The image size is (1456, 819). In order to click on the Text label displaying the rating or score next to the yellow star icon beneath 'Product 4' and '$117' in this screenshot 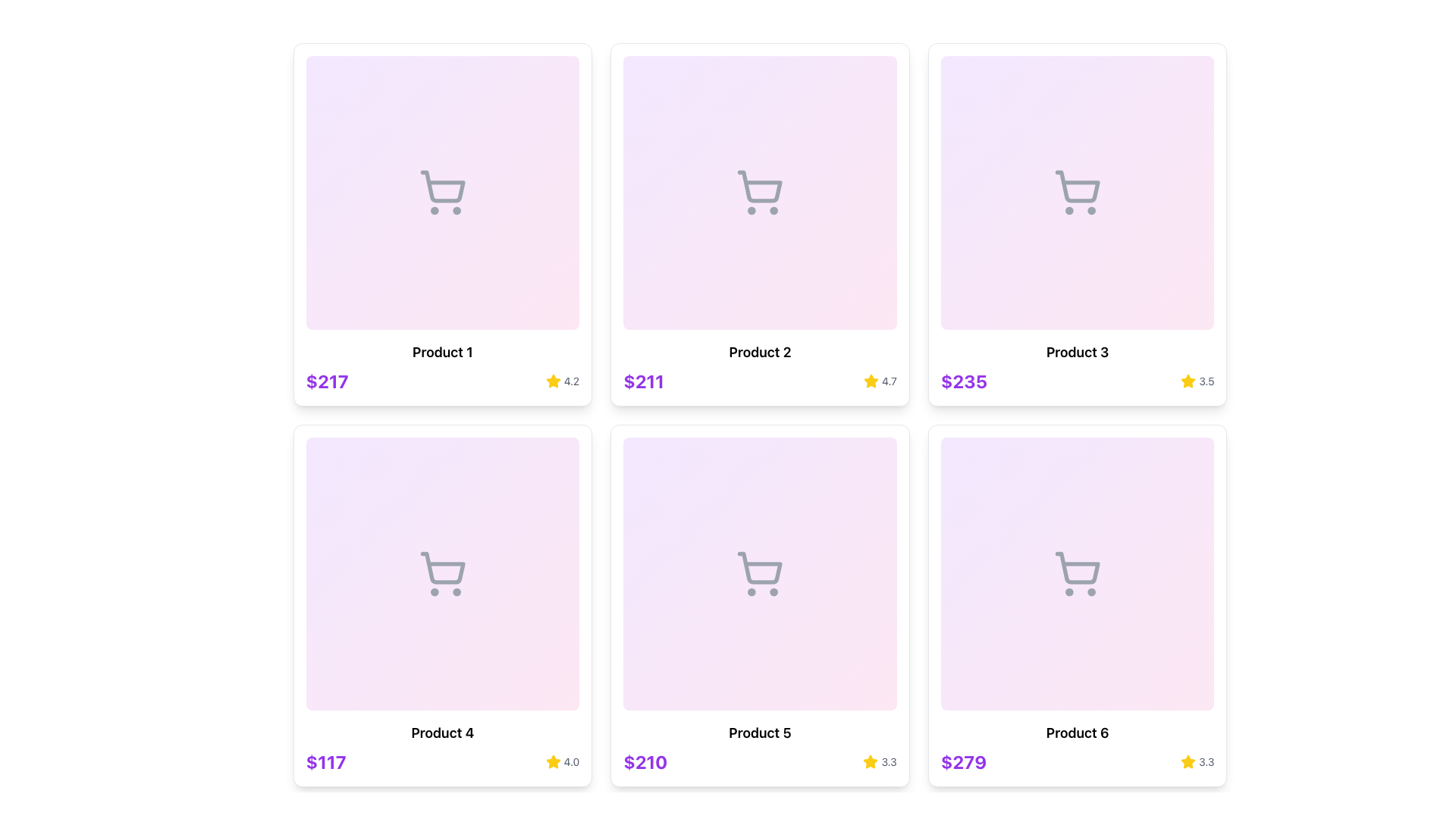, I will do `click(570, 762)`.